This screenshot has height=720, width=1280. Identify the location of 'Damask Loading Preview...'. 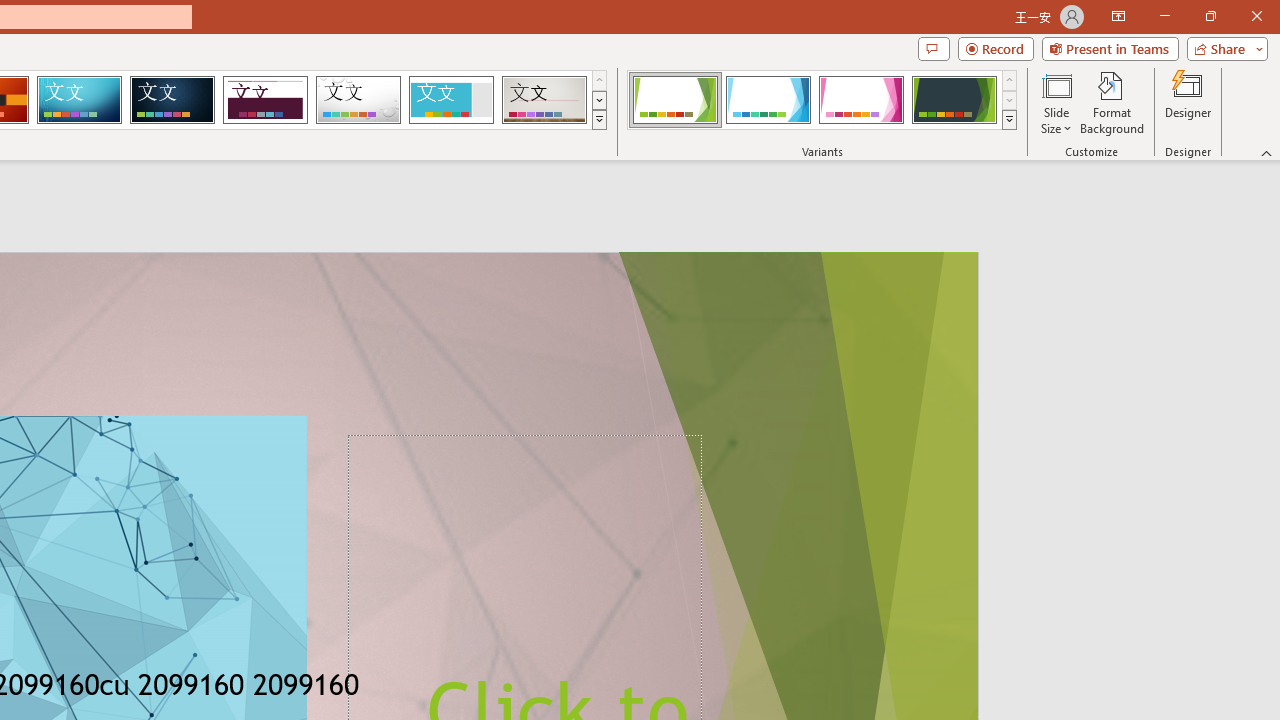
(172, 100).